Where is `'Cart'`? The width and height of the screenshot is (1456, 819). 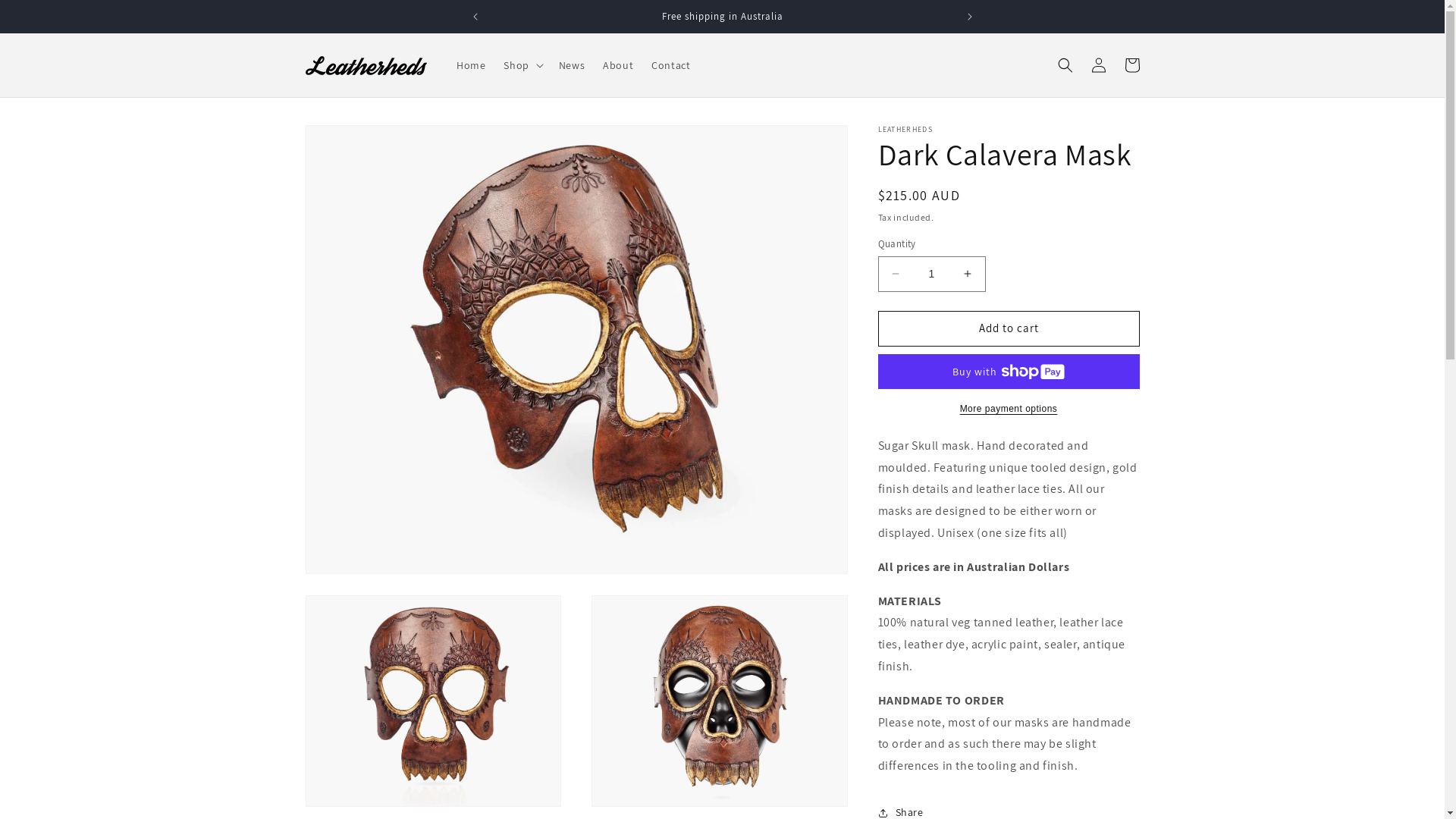 'Cart' is located at coordinates (1131, 64).